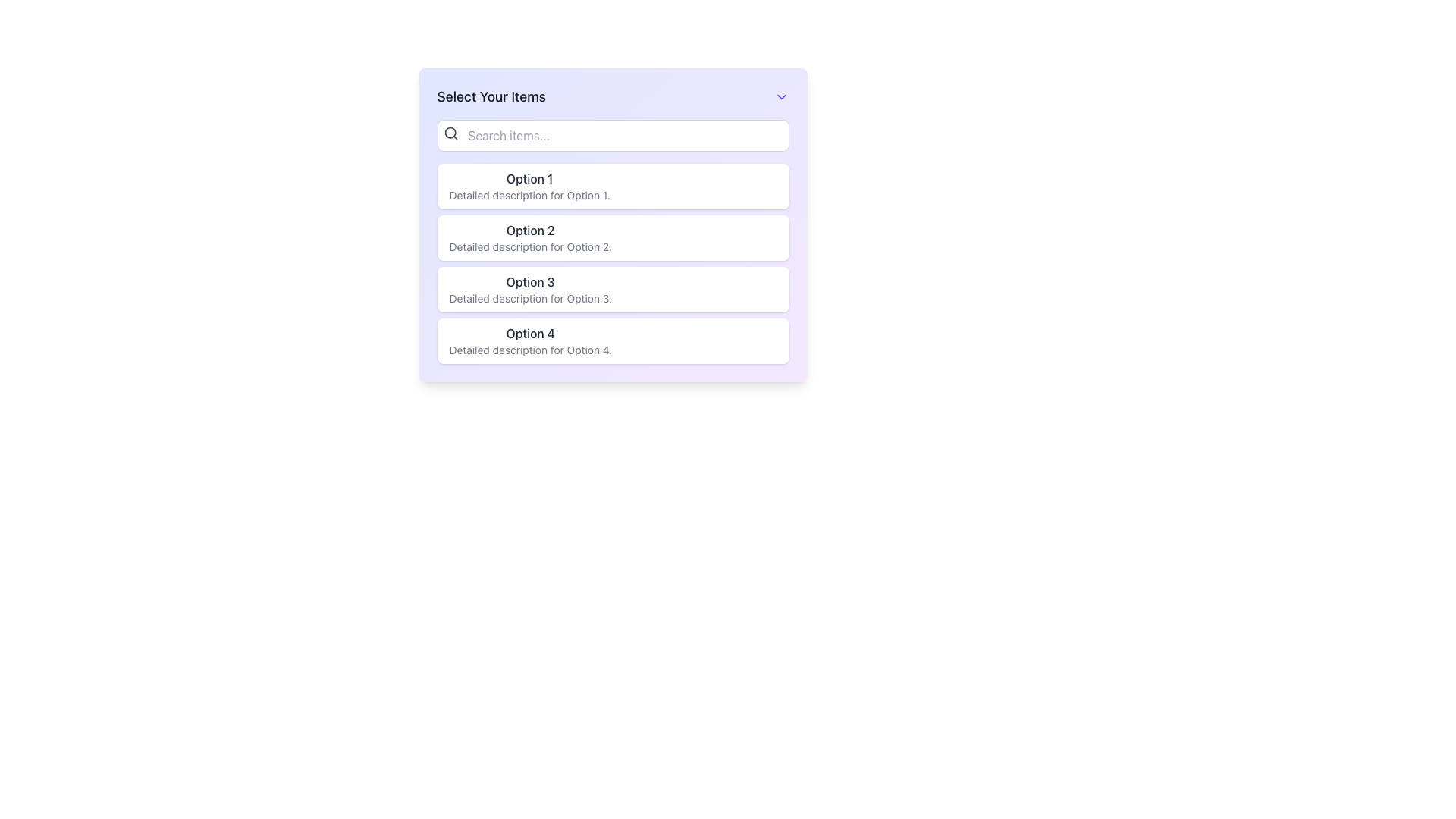 The width and height of the screenshot is (1456, 819). Describe the element at coordinates (530, 237) in the screenshot. I see `content displayed in the second option text area, which shows 'Option 2' and its detailed description beneath it` at that location.